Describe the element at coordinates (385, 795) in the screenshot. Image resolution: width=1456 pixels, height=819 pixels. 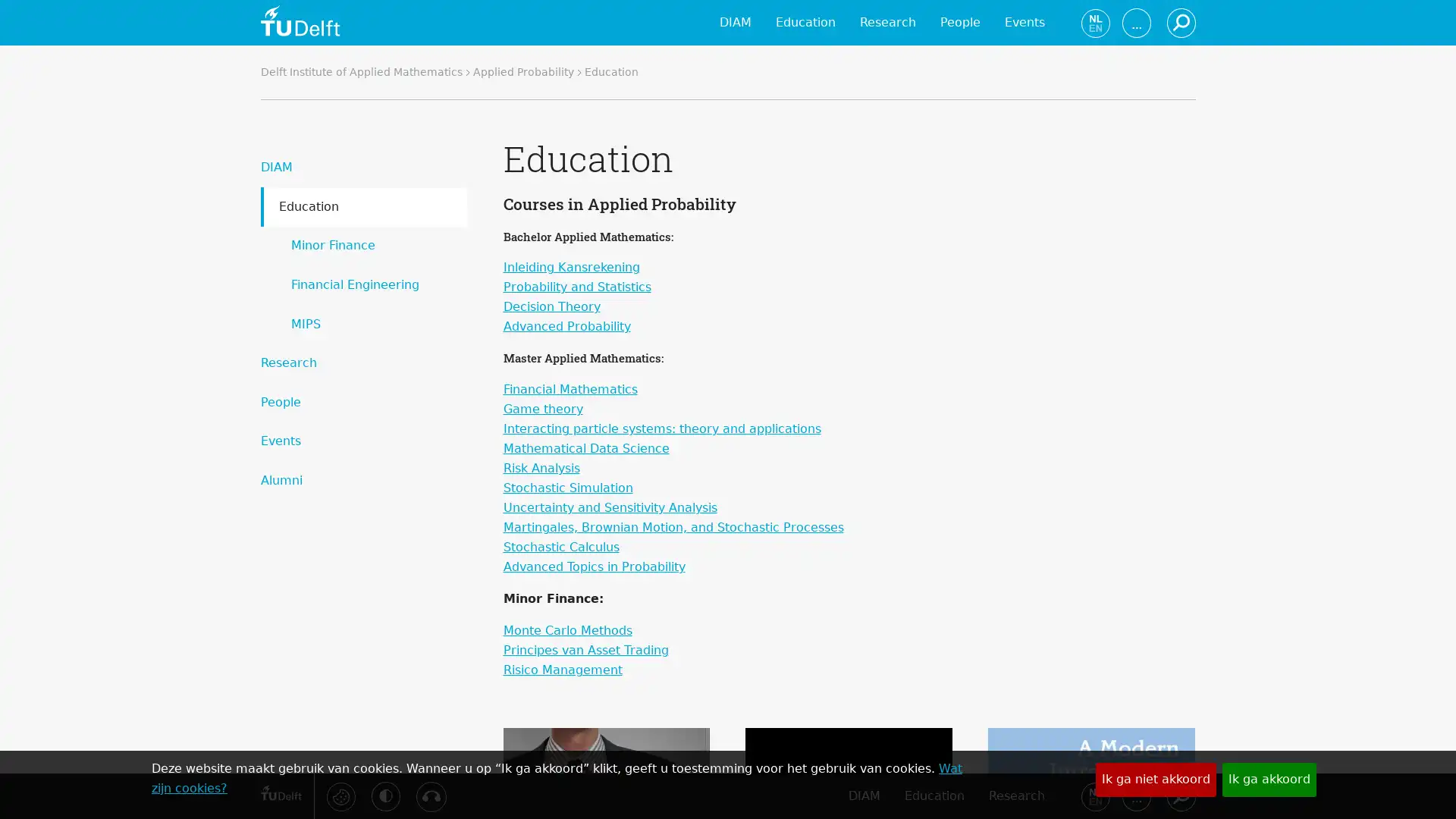
I see `Activeer hoog contrast` at that location.